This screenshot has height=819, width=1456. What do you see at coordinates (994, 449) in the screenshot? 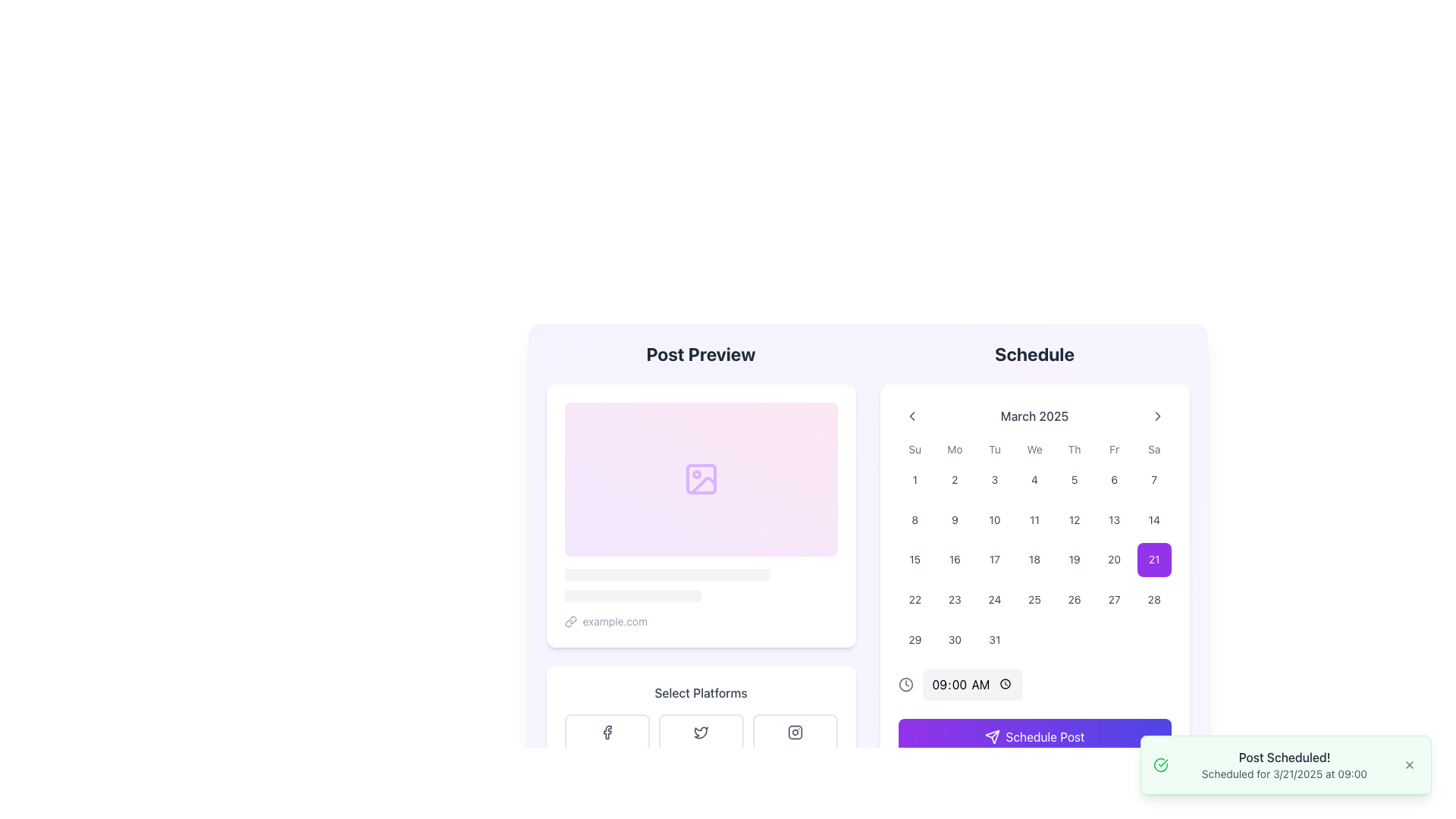
I see `the non-interactive text label displaying 'Tu', which is the third entry in the row of weekday abbreviations in the calendar section` at bounding box center [994, 449].